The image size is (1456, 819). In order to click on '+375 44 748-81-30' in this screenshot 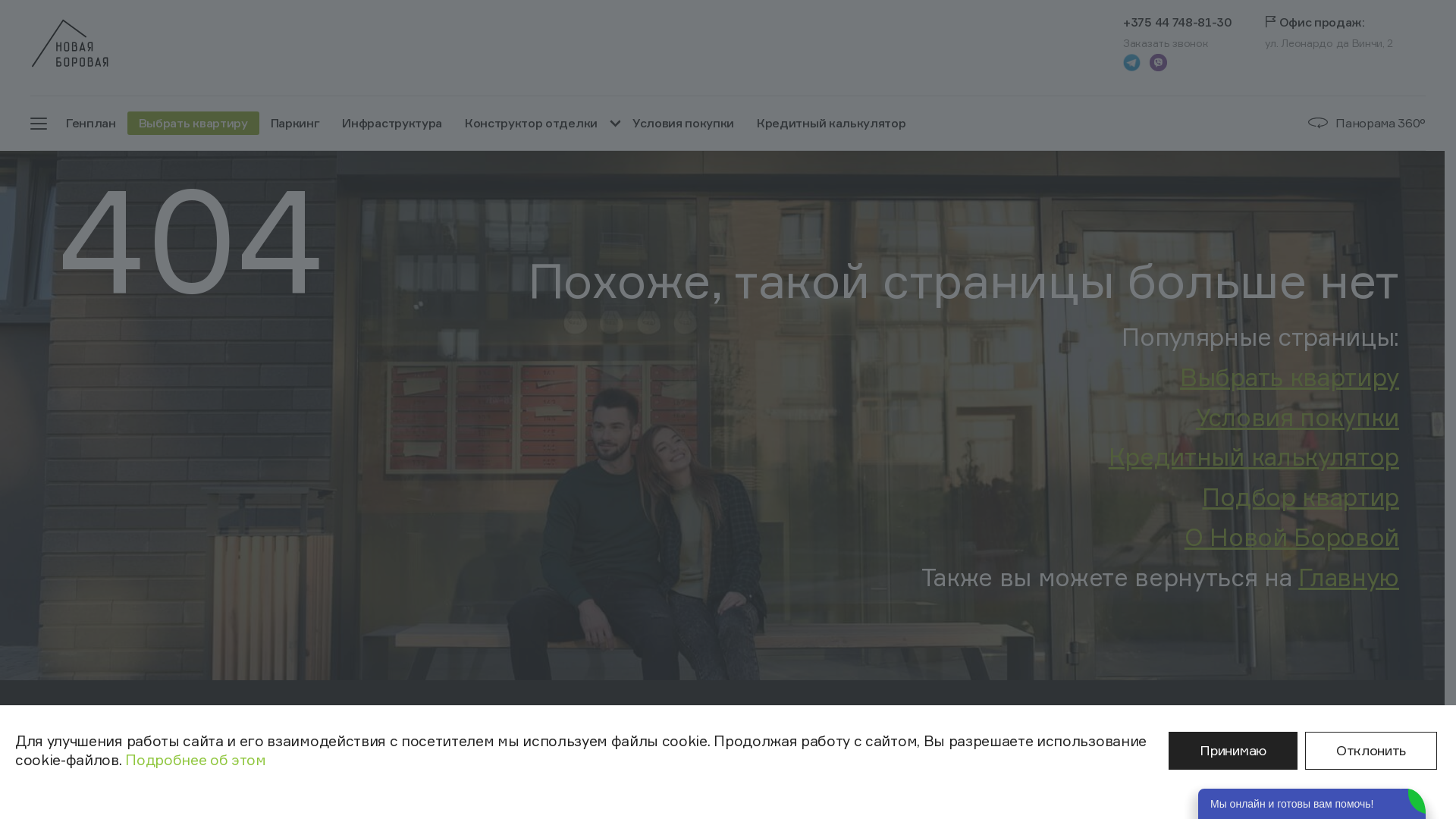, I will do `click(1123, 22)`.